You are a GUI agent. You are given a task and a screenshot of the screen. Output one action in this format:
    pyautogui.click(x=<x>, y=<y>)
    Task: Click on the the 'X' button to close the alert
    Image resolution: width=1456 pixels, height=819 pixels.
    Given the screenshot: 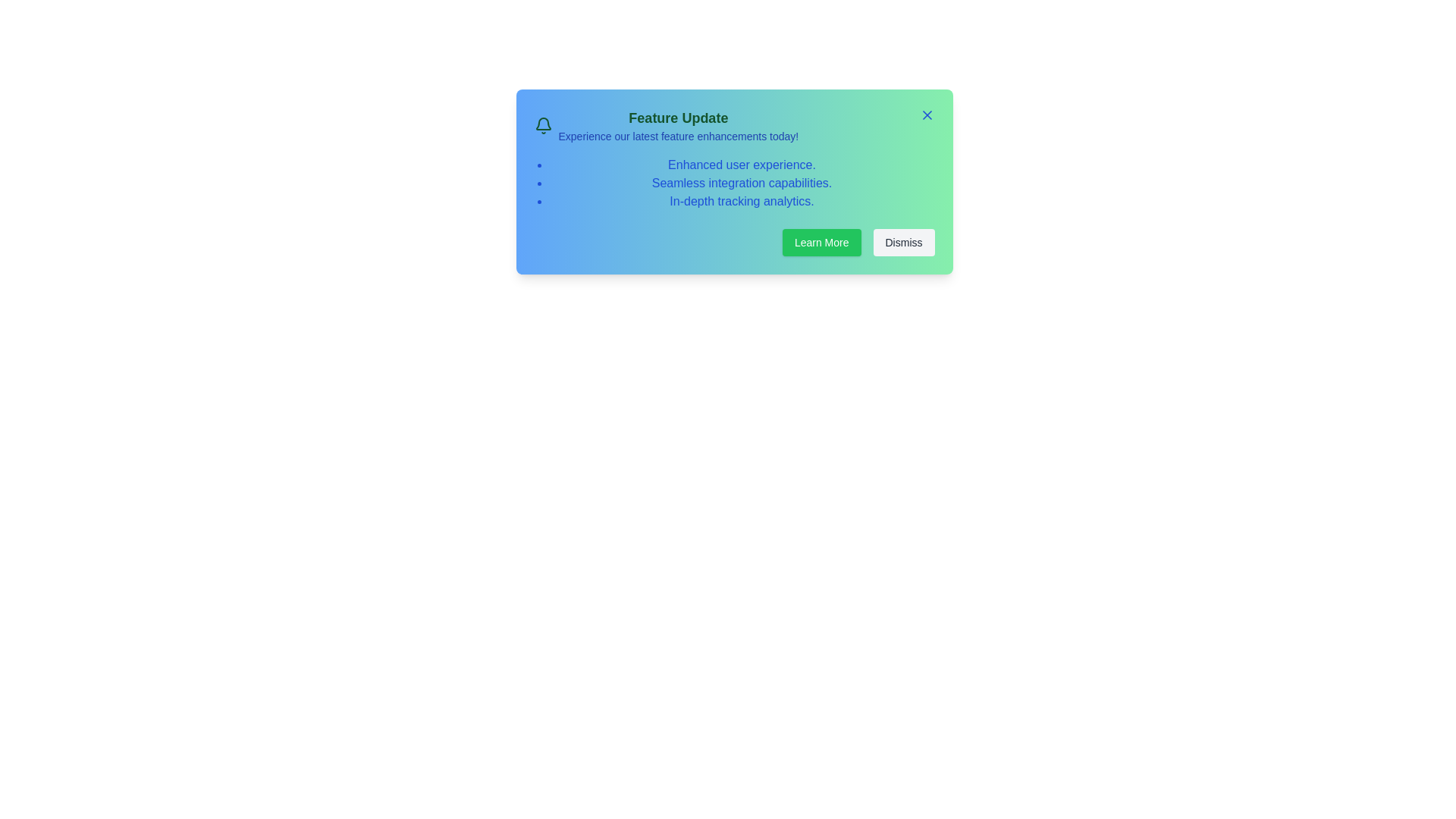 What is the action you would take?
    pyautogui.click(x=926, y=114)
    